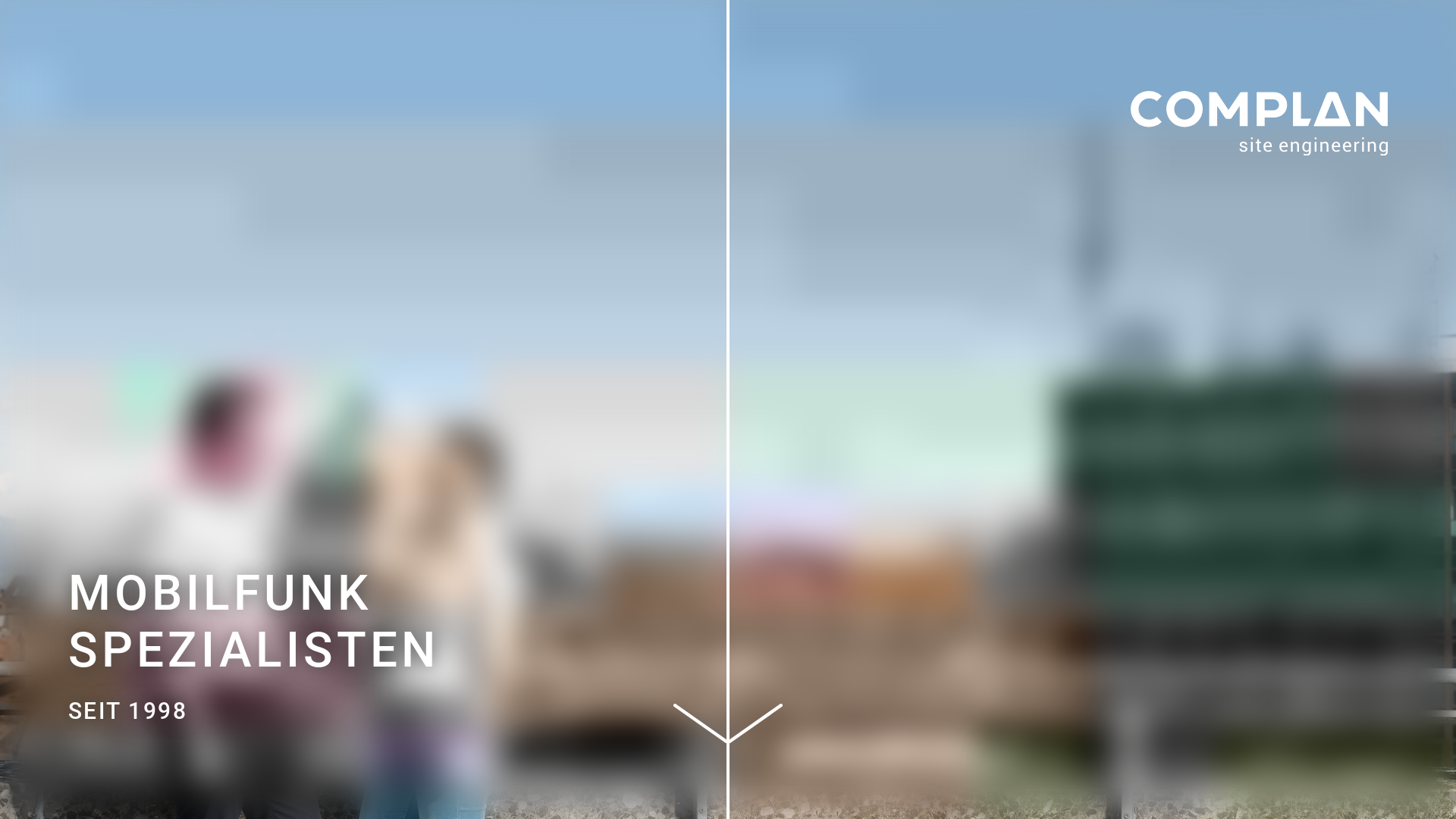 This screenshot has height=819, width=1456. I want to click on 'Complan', so click(1259, 126).